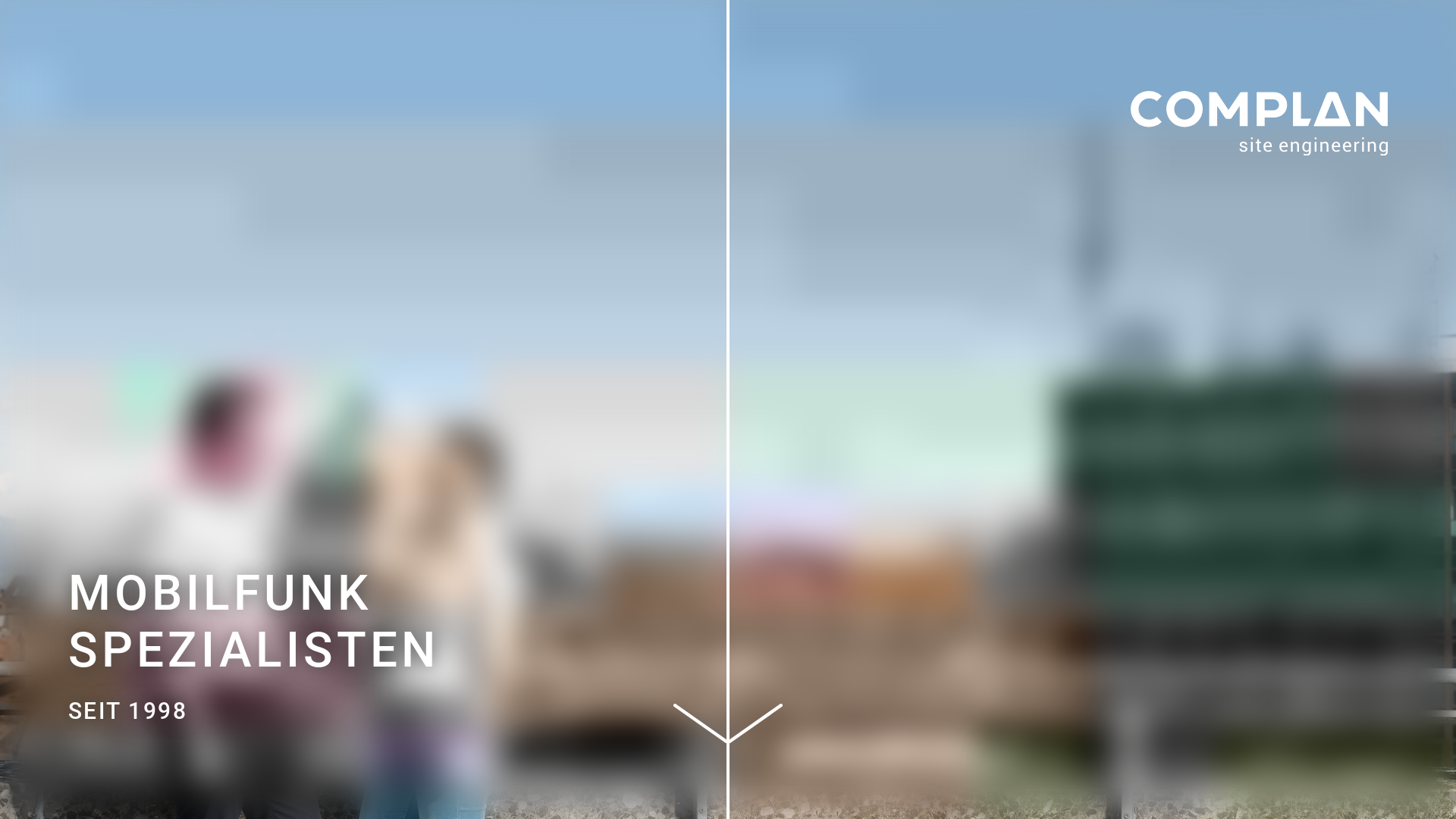 This screenshot has height=819, width=1456. I want to click on 'Complan', so click(1259, 126).